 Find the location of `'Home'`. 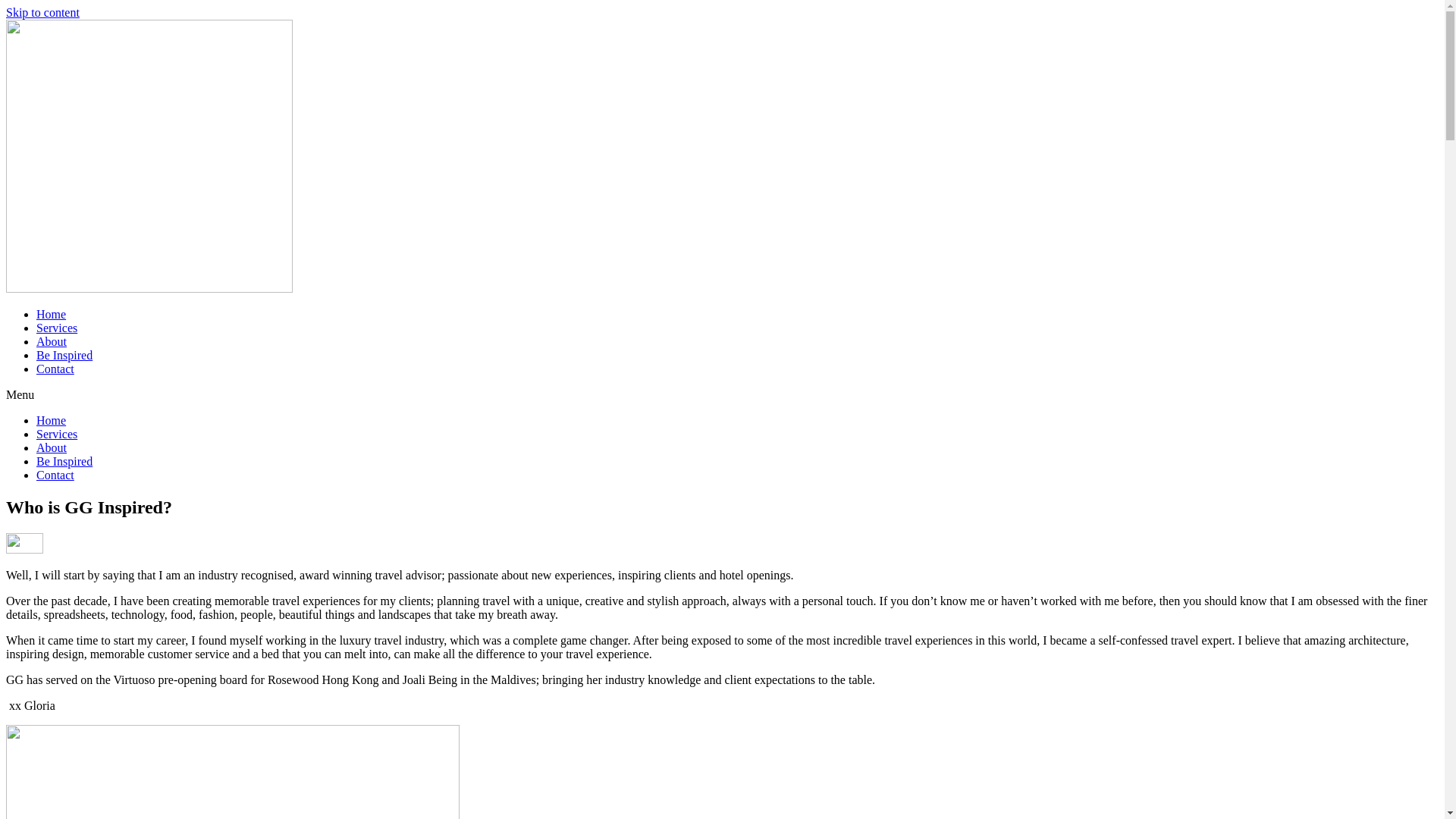

'Home' is located at coordinates (51, 313).